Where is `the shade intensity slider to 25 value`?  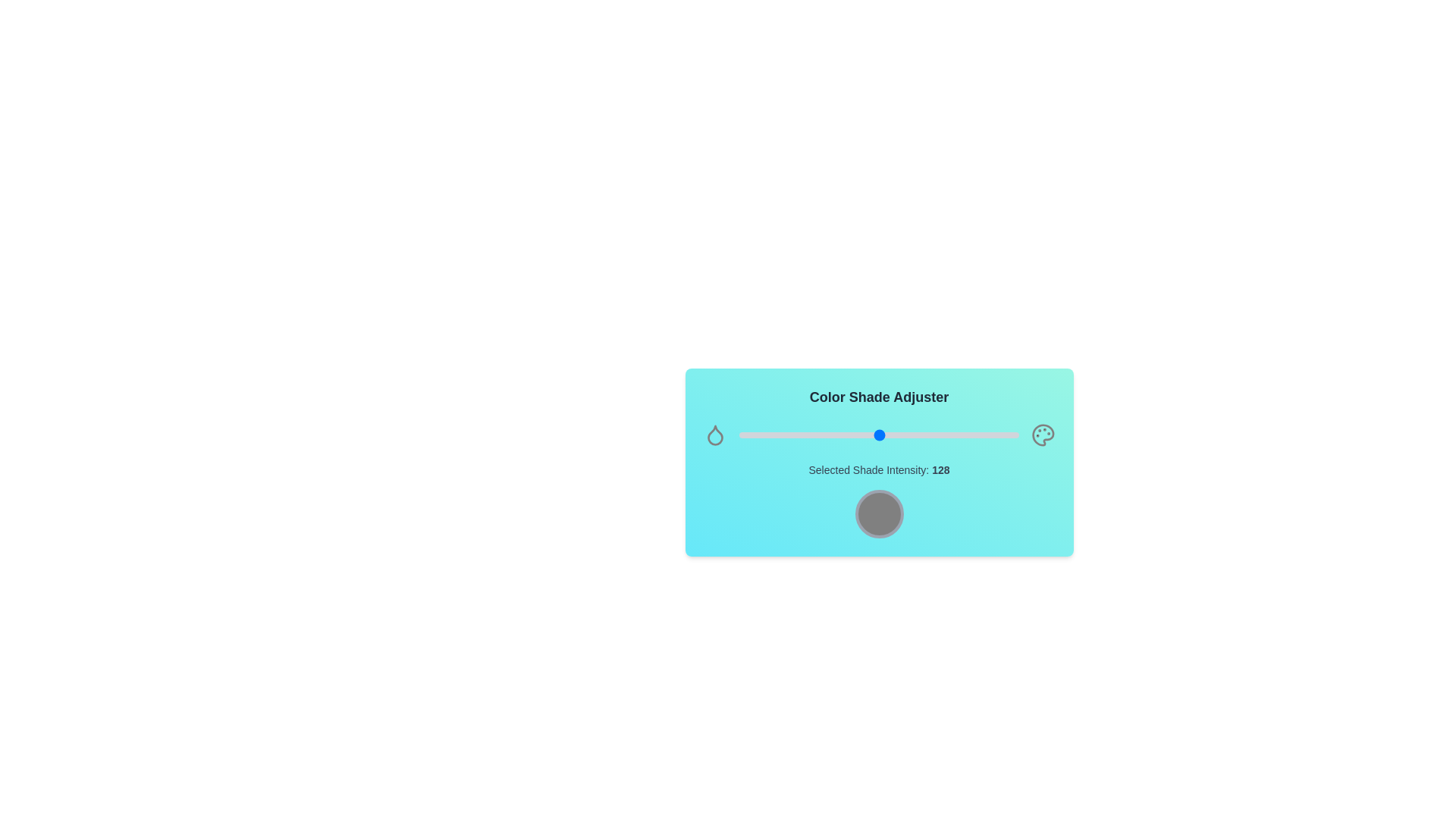 the shade intensity slider to 25 value is located at coordinates (767, 435).